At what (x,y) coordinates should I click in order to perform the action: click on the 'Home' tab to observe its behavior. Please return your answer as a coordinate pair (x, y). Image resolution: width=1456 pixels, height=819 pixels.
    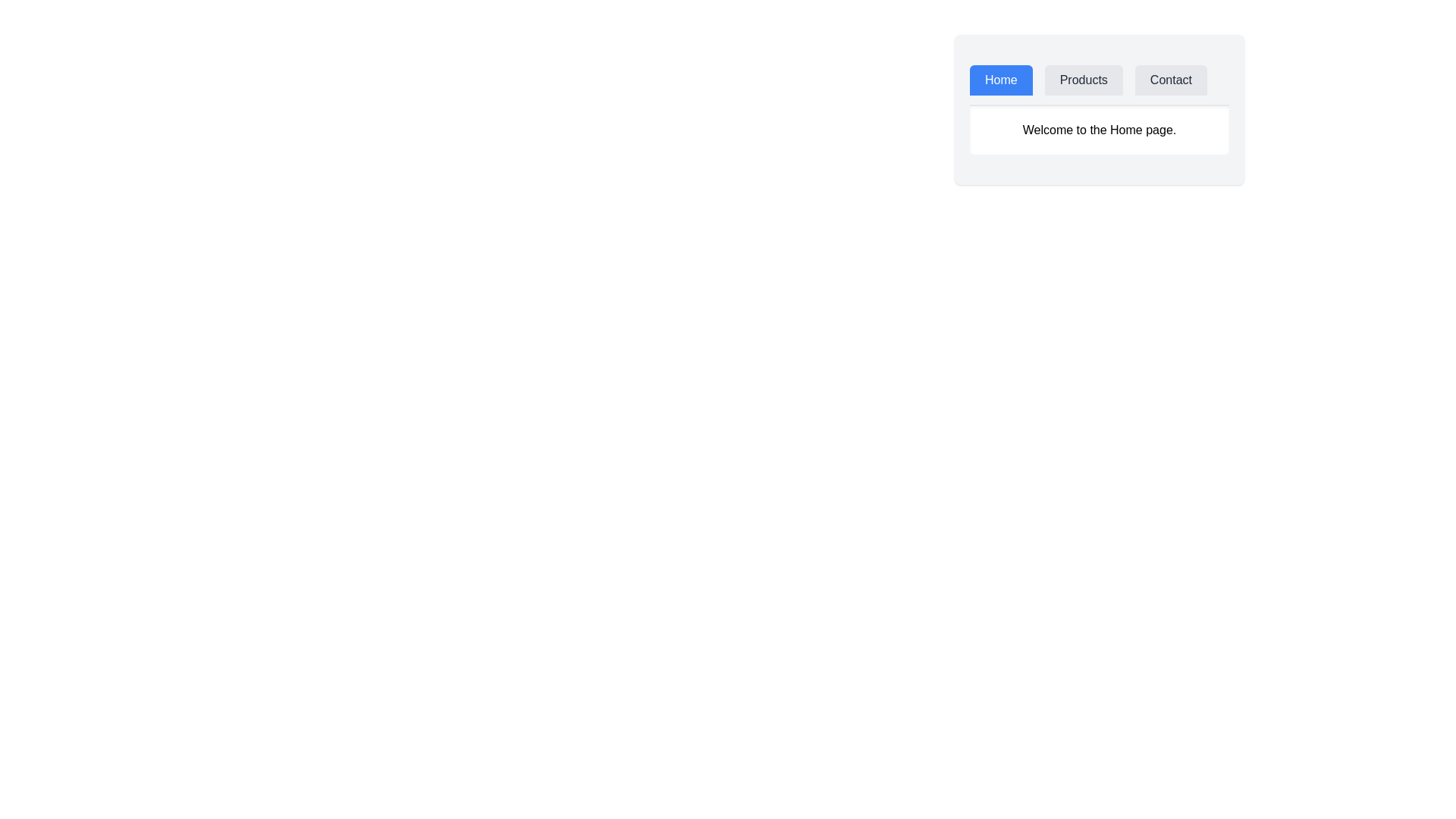
    Looking at the image, I should click on (1001, 80).